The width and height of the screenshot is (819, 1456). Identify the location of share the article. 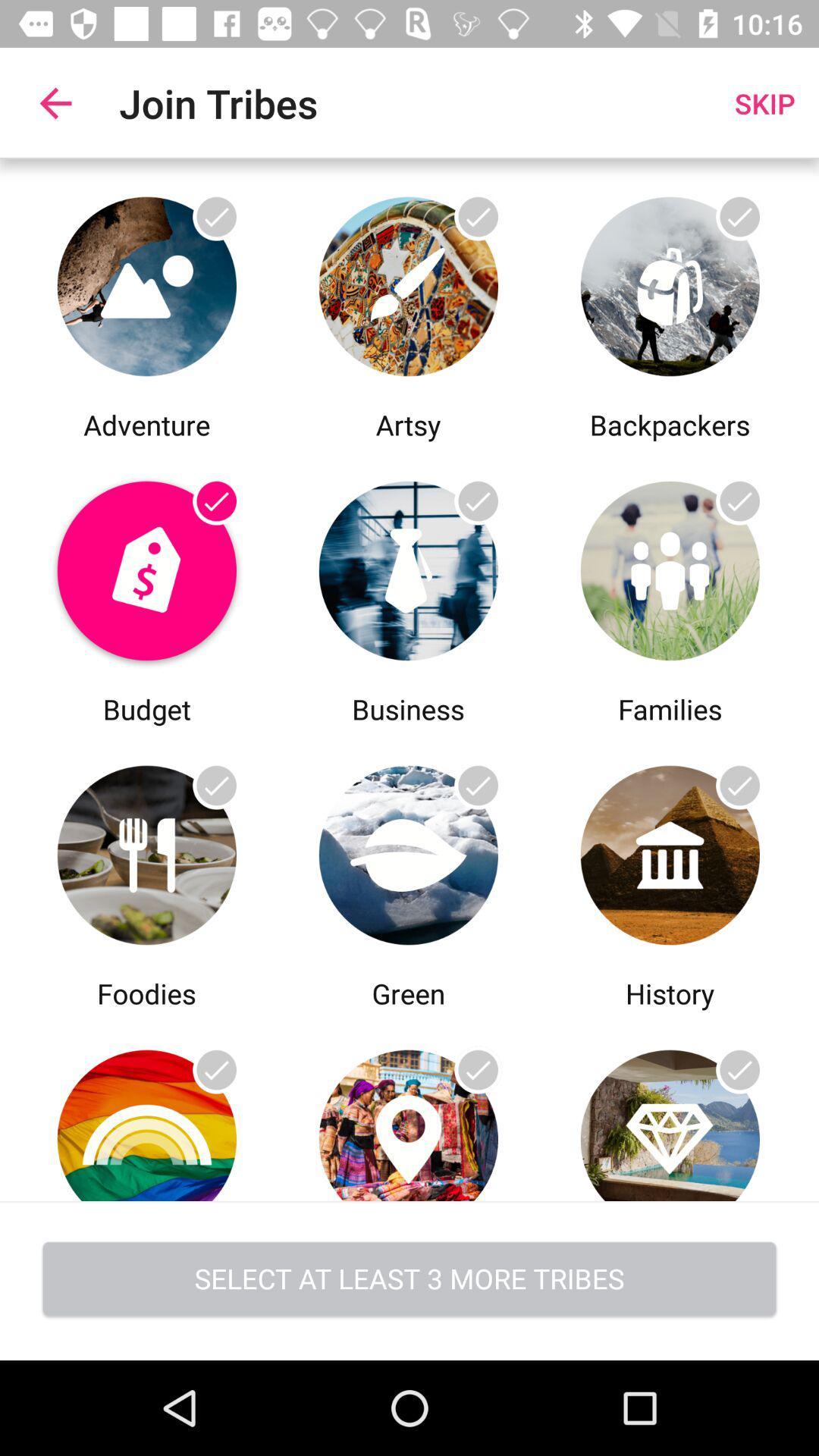
(146, 1106).